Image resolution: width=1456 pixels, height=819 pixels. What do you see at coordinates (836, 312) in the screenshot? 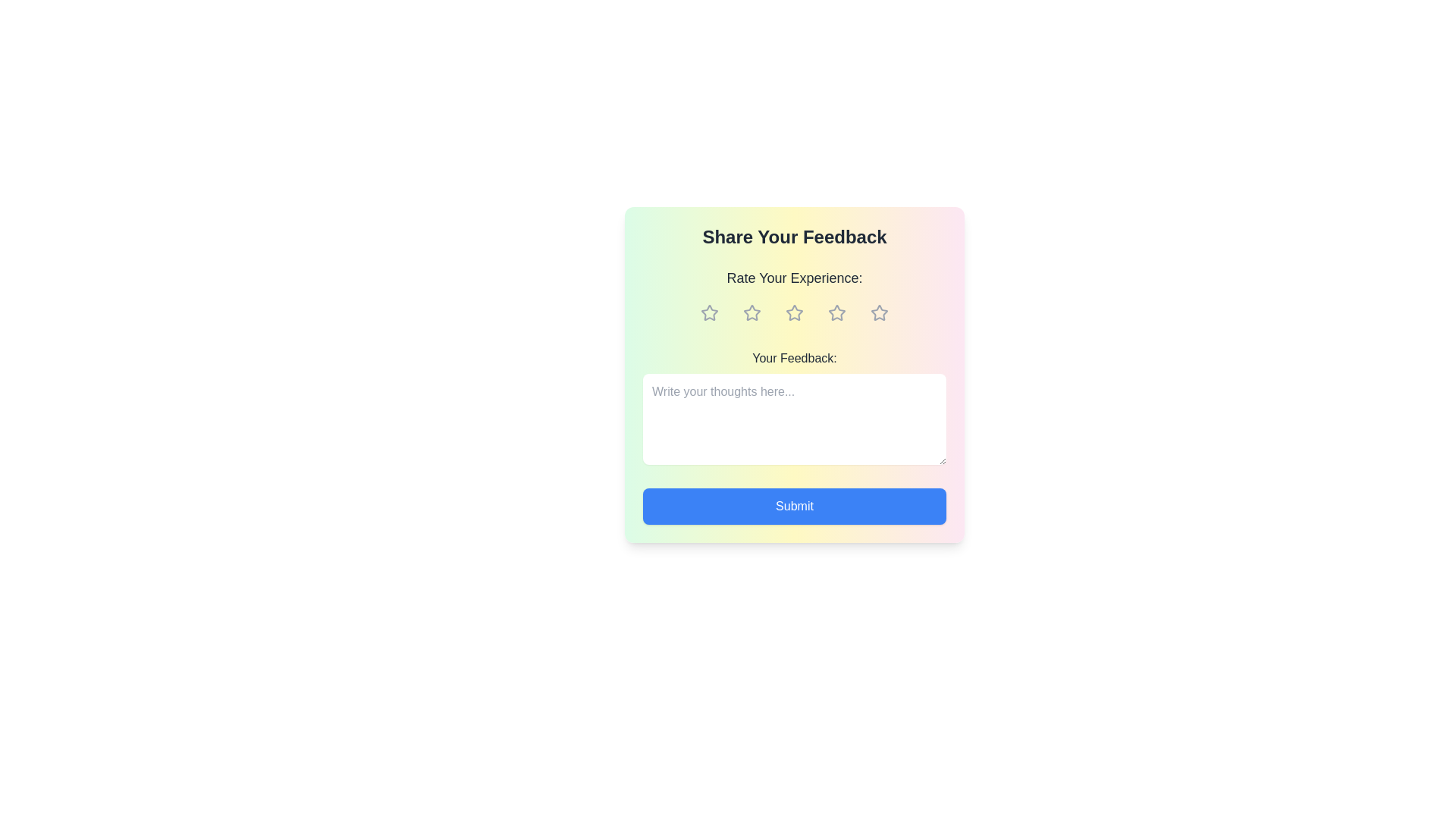
I see `the fourth star rating icon` at bounding box center [836, 312].